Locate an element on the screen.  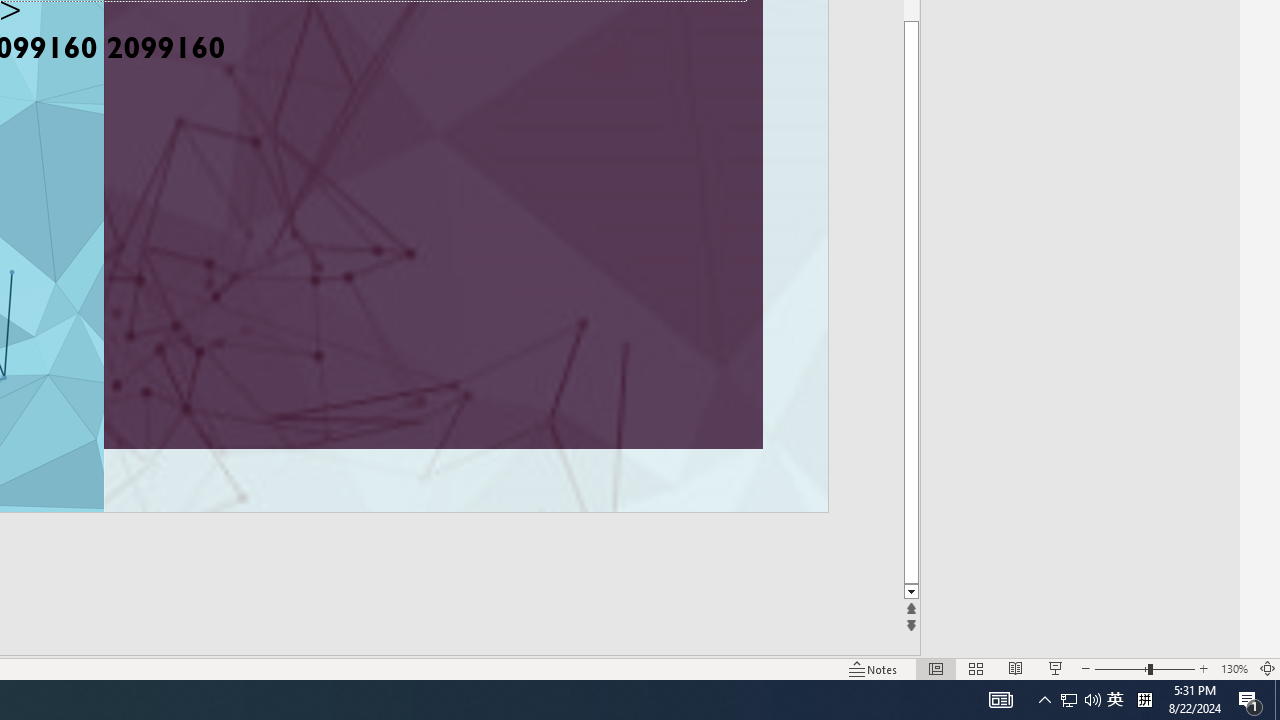
'Line down' is located at coordinates (910, 591).